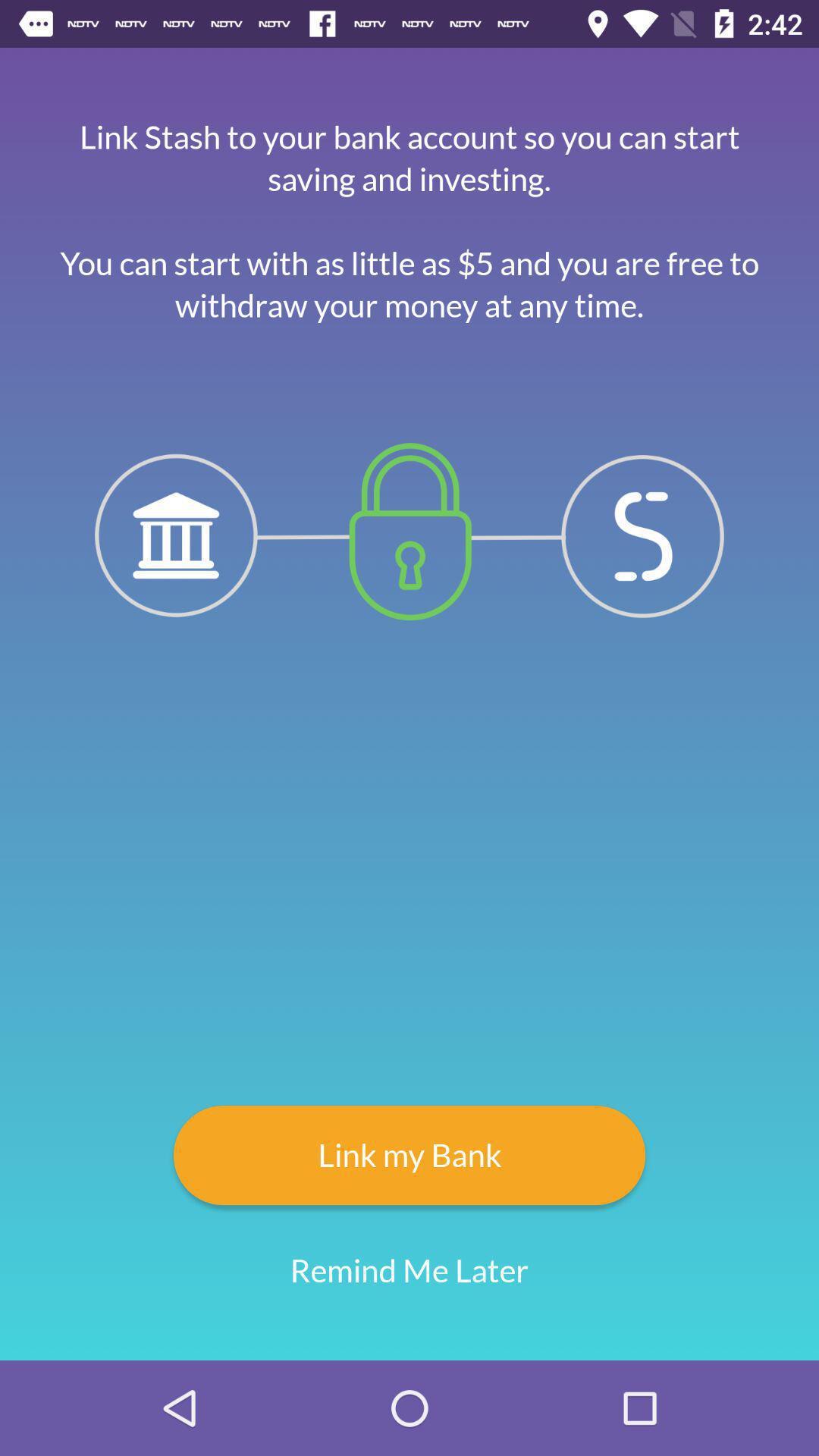 Image resolution: width=819 pixels, height=1456 pixels. I want to click on remind me later icon, so click(409, 1270).